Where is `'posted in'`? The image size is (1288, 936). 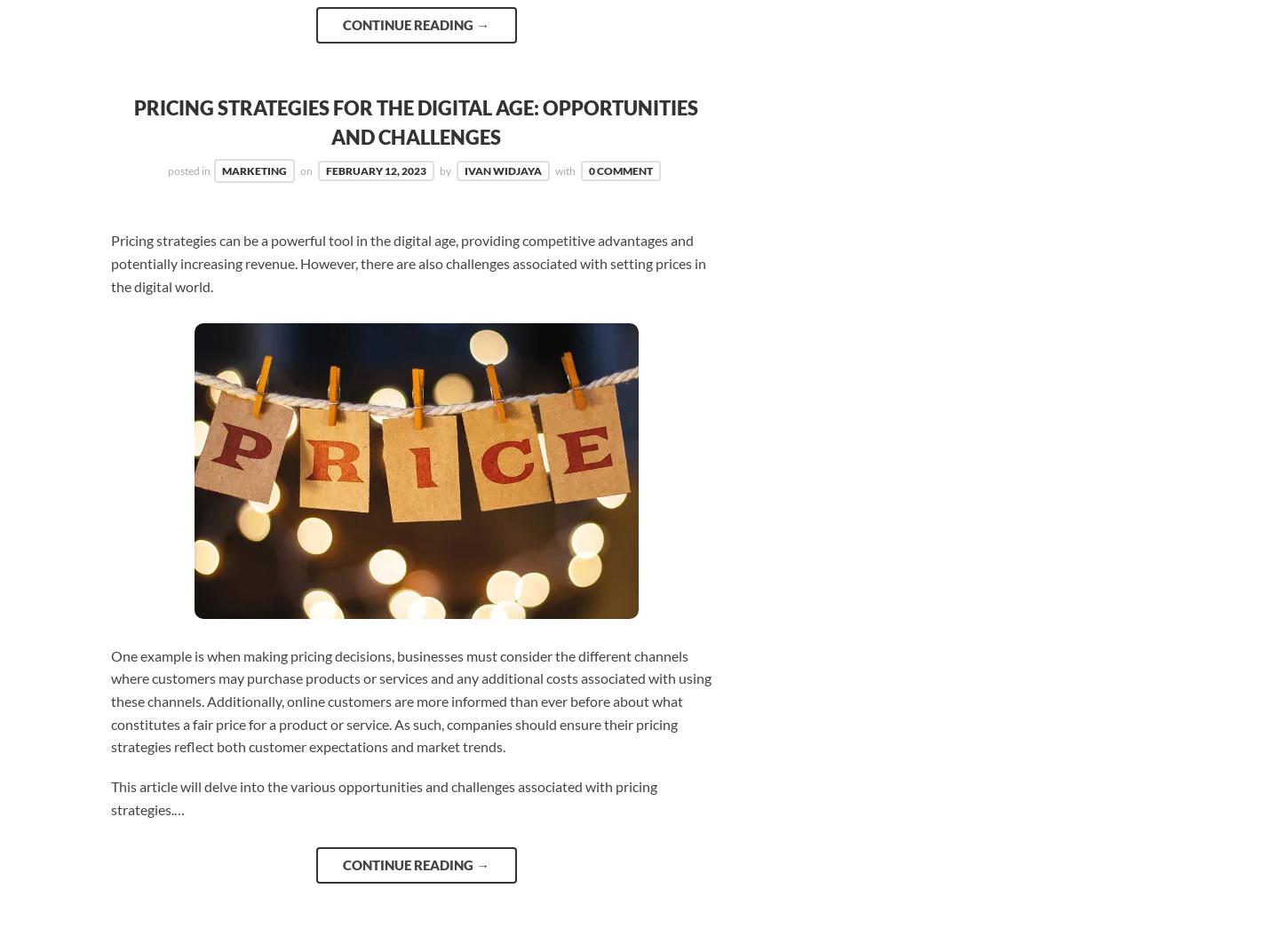 'posted in' is located at coordinates (188, 170).